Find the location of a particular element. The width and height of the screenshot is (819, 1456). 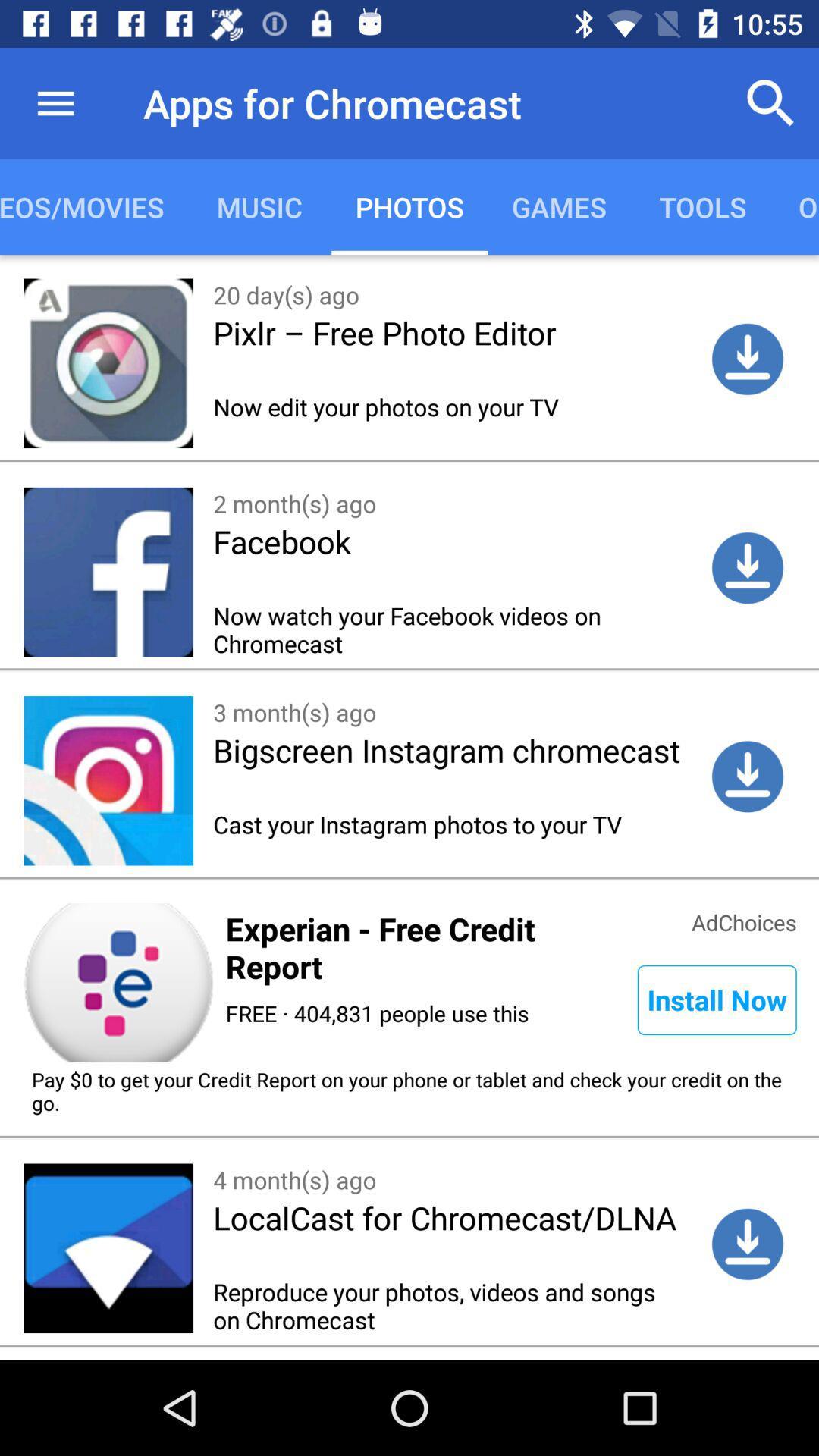

the icon above videos/movies item is located at coordinates (55, 102).